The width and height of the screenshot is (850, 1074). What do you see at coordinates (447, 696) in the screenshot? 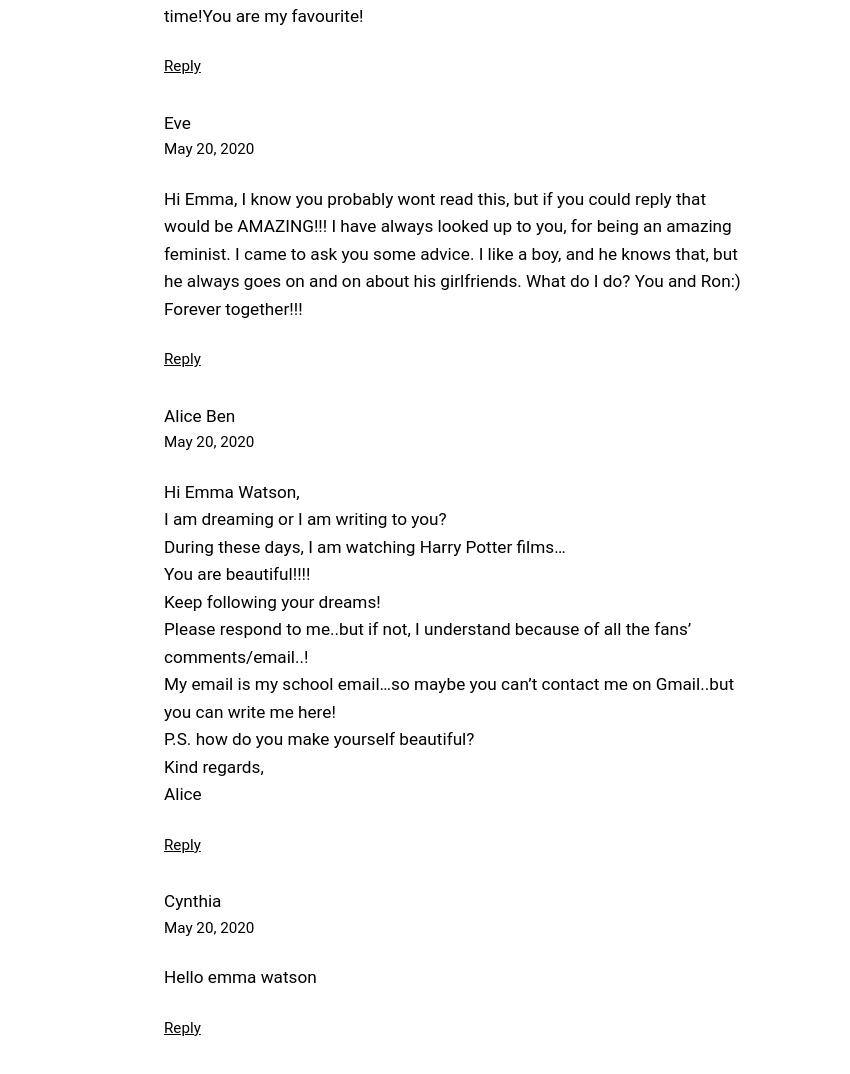
I see `'My email is my school email…so maybe you can’t contact me on Gmail..but you can write me here!'` at bounding box center [447, 696].